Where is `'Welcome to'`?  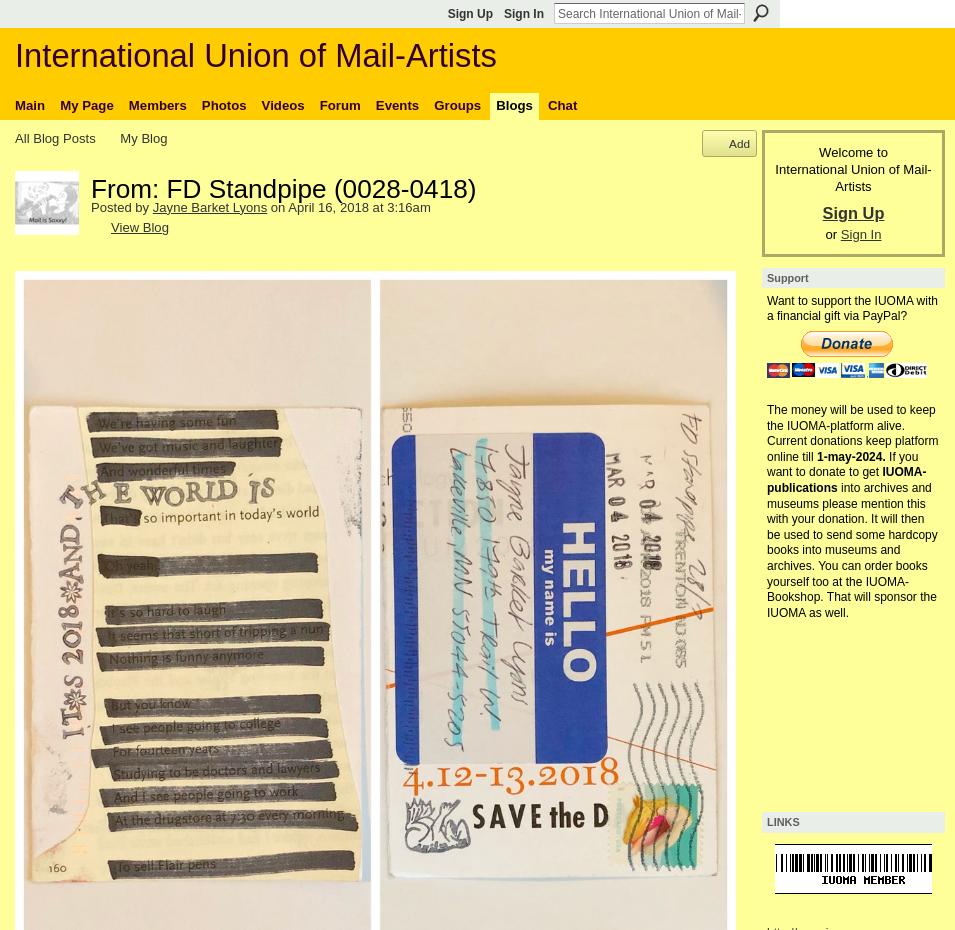 'Welcome to' is located at coordinates (853, 151).